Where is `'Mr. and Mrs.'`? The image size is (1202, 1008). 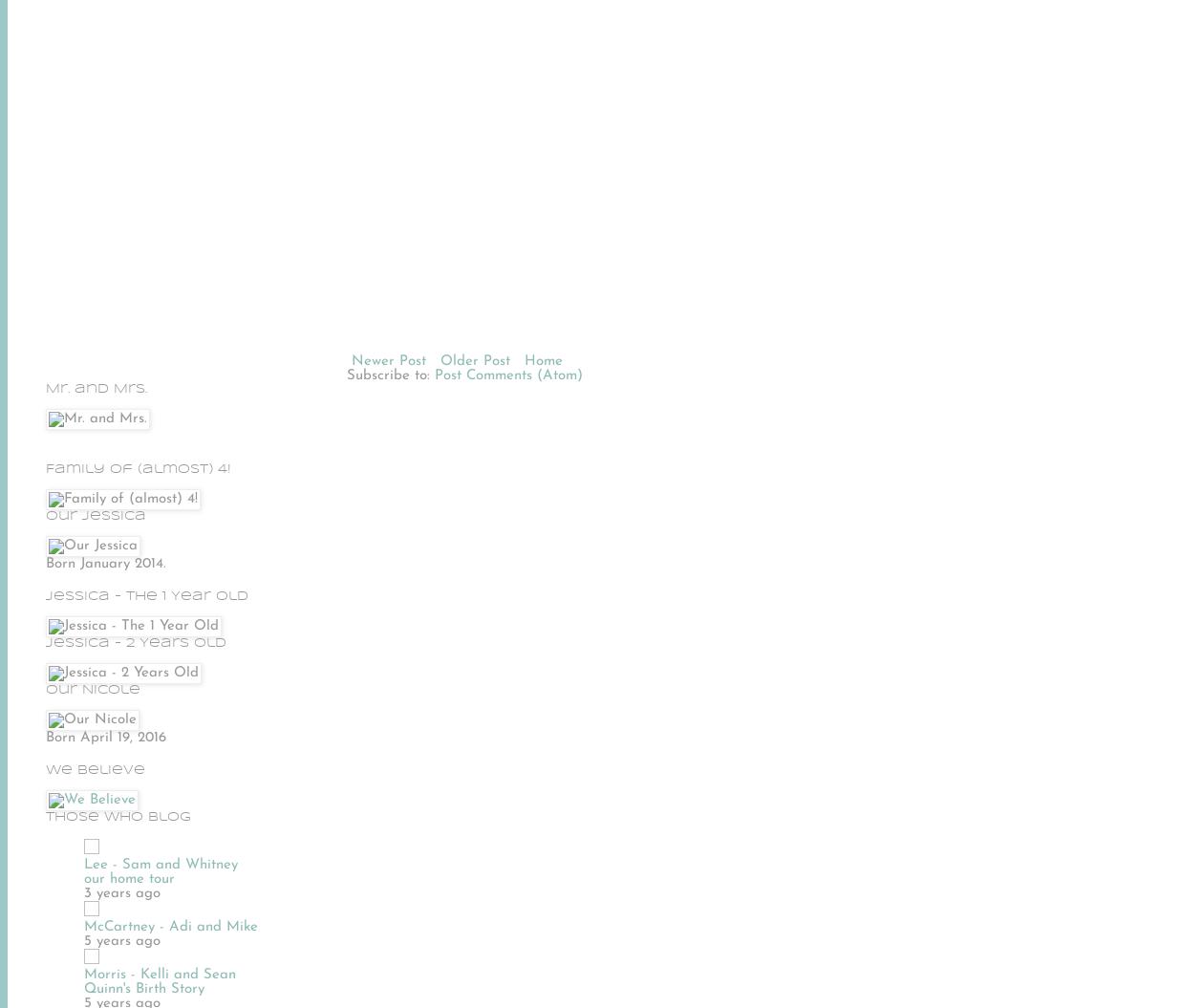
'Mr. and Mrs.' is located at coordinates (97, 388).